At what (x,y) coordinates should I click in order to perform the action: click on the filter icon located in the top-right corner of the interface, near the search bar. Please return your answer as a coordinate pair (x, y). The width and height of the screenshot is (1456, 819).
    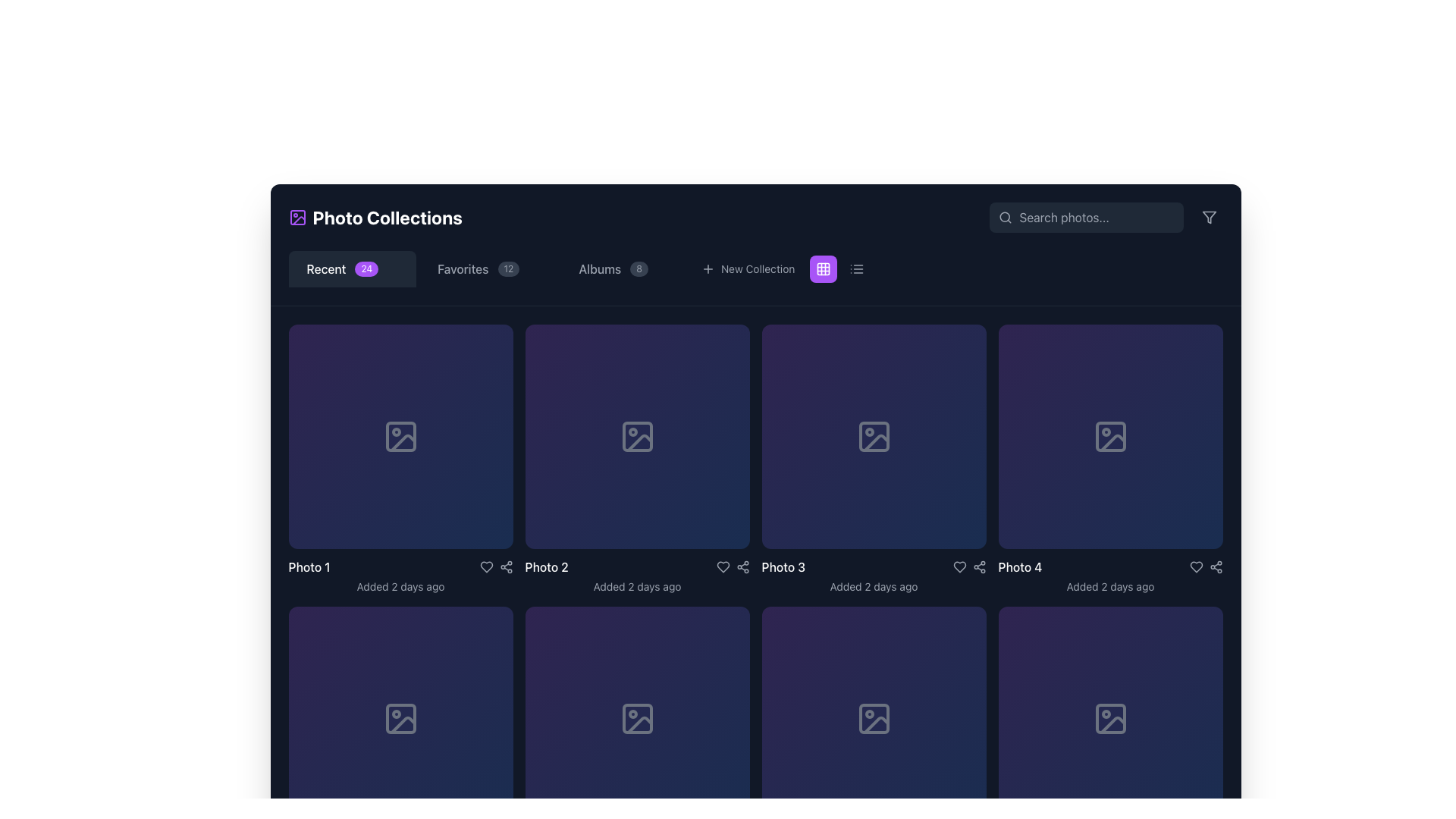
    Looking at the image, I should click on (1208, 217).